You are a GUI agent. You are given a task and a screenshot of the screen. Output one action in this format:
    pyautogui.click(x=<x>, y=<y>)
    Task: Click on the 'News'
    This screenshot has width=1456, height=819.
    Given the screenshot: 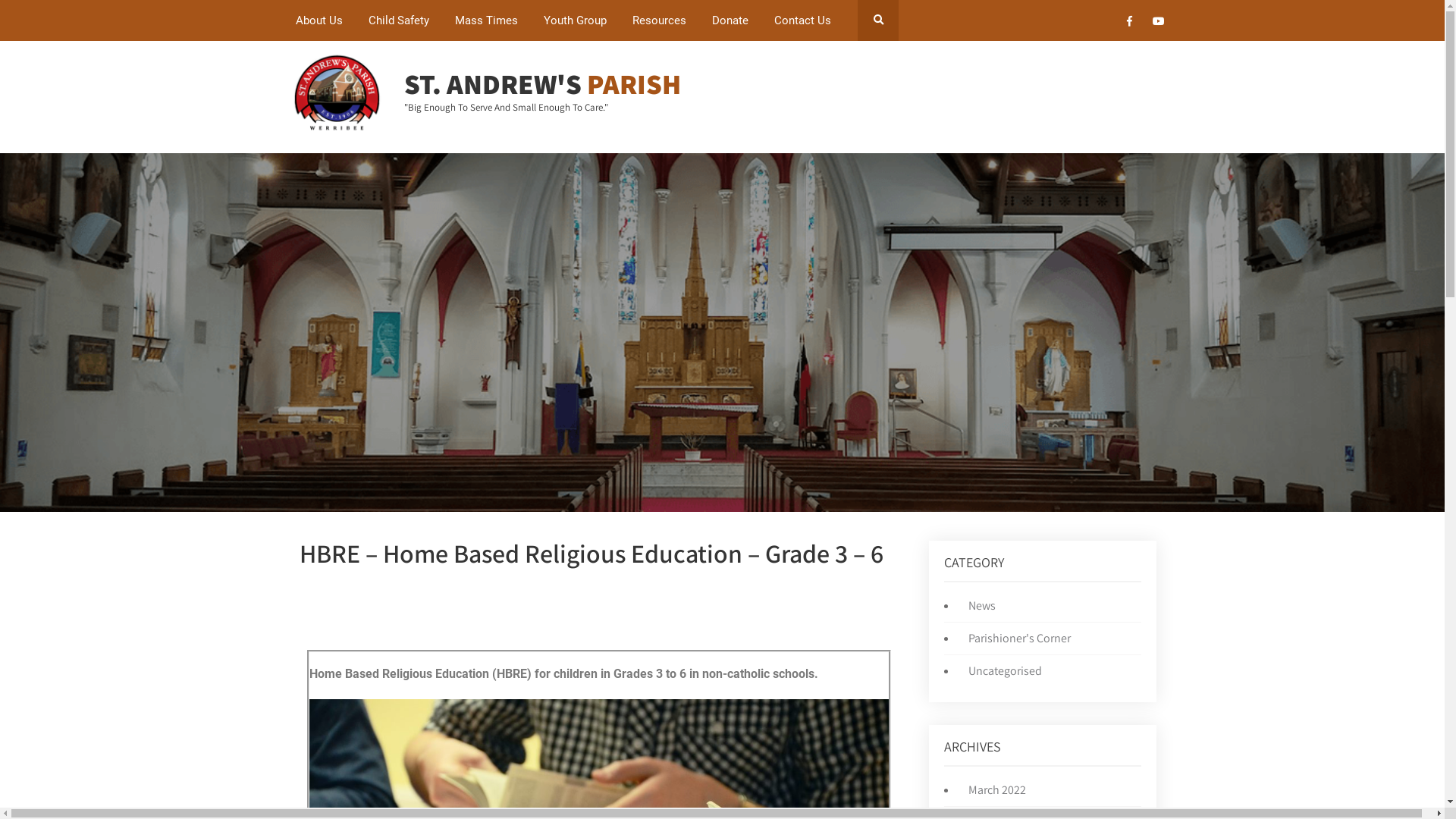 What is the action you would take?
    pyautogui.click(x=978, y=604)
    